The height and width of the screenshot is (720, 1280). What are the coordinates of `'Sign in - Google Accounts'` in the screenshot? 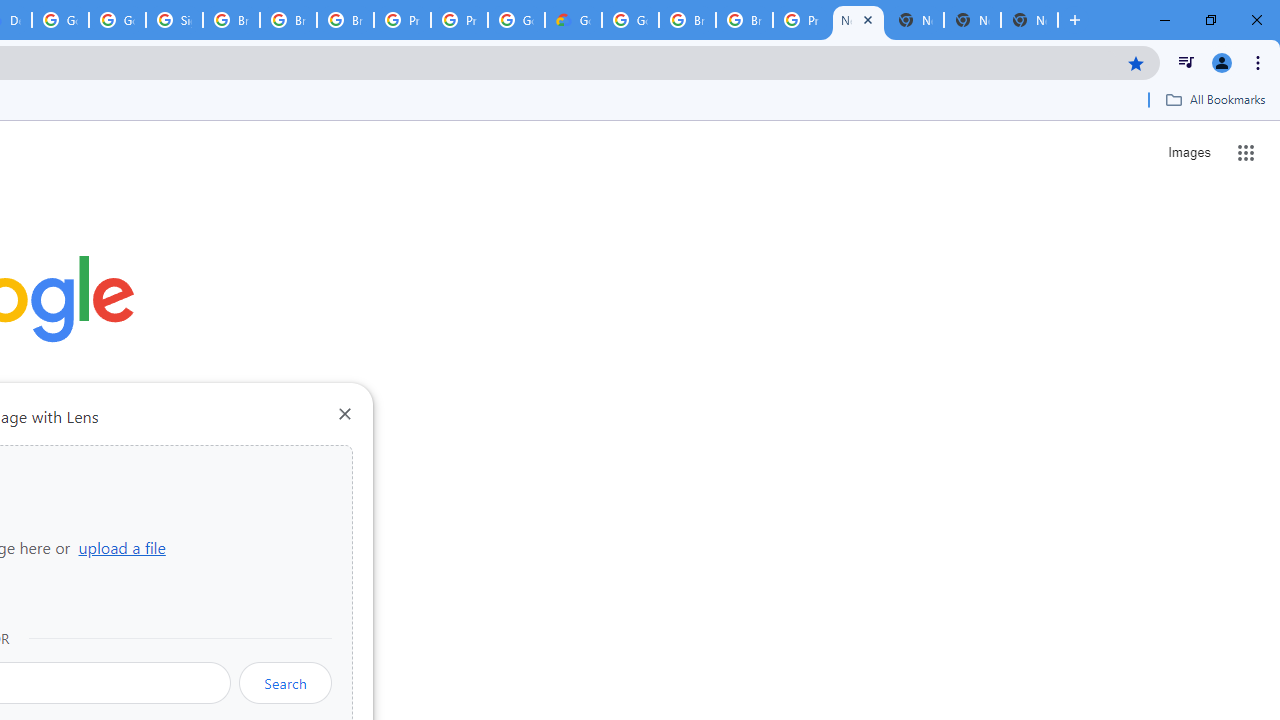 It's located at (174, 20).